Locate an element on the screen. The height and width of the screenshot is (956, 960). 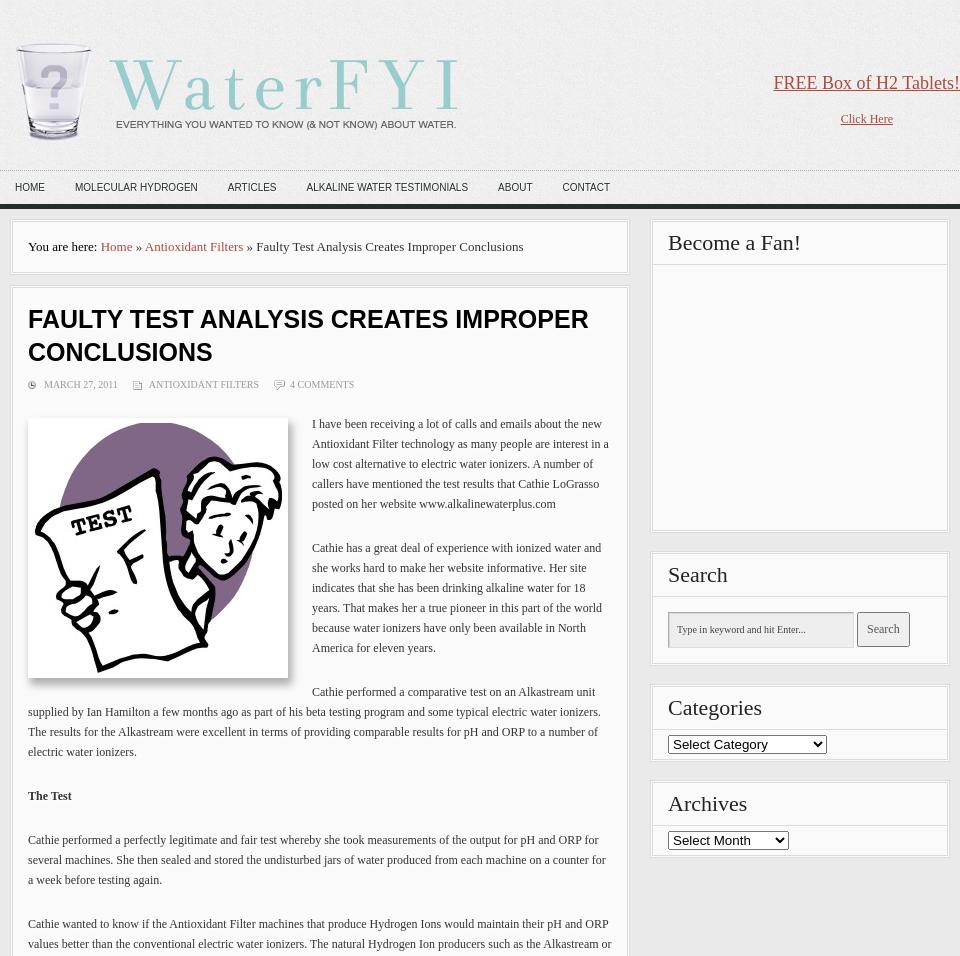
'Cathie performed a comparative test on an Alkastream unit supplied by Ian Hamilton a few months ago as part of his beta testing program and some typical electric water ionizers. The results for the Alkastream  were excellent in terms of providing comparable results for pH and ORP to a number of electric water ionizers.' is located at coordinates (314, 720).